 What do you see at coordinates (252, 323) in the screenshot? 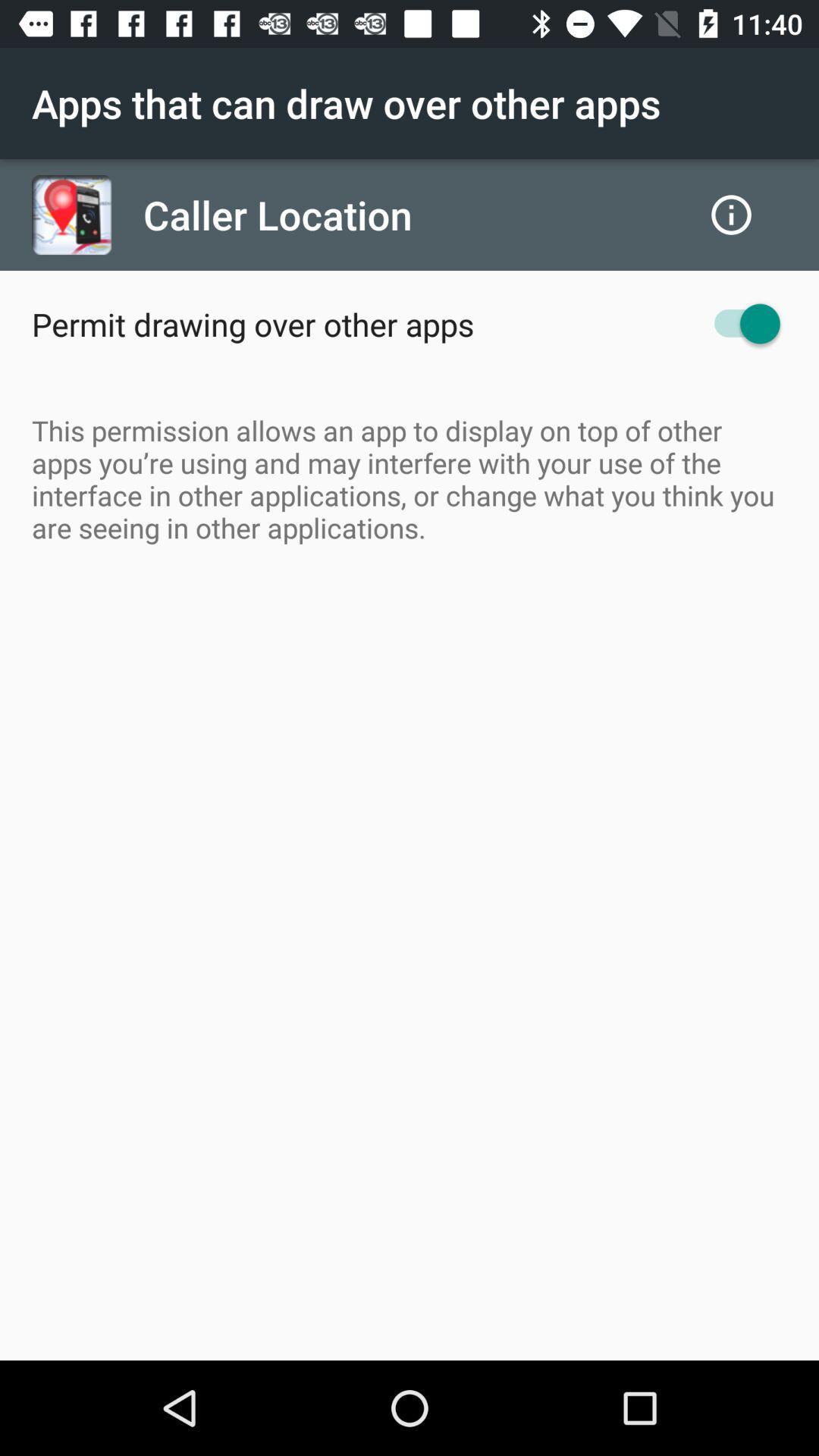
I see `the permit drawing over app` at bounding box center [252, 323].